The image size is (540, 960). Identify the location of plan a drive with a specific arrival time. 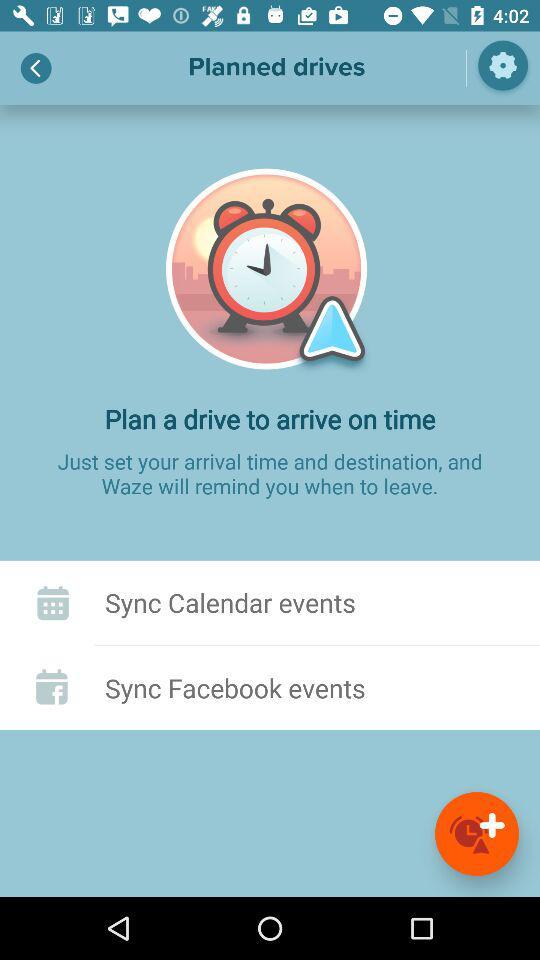
(475, 833).